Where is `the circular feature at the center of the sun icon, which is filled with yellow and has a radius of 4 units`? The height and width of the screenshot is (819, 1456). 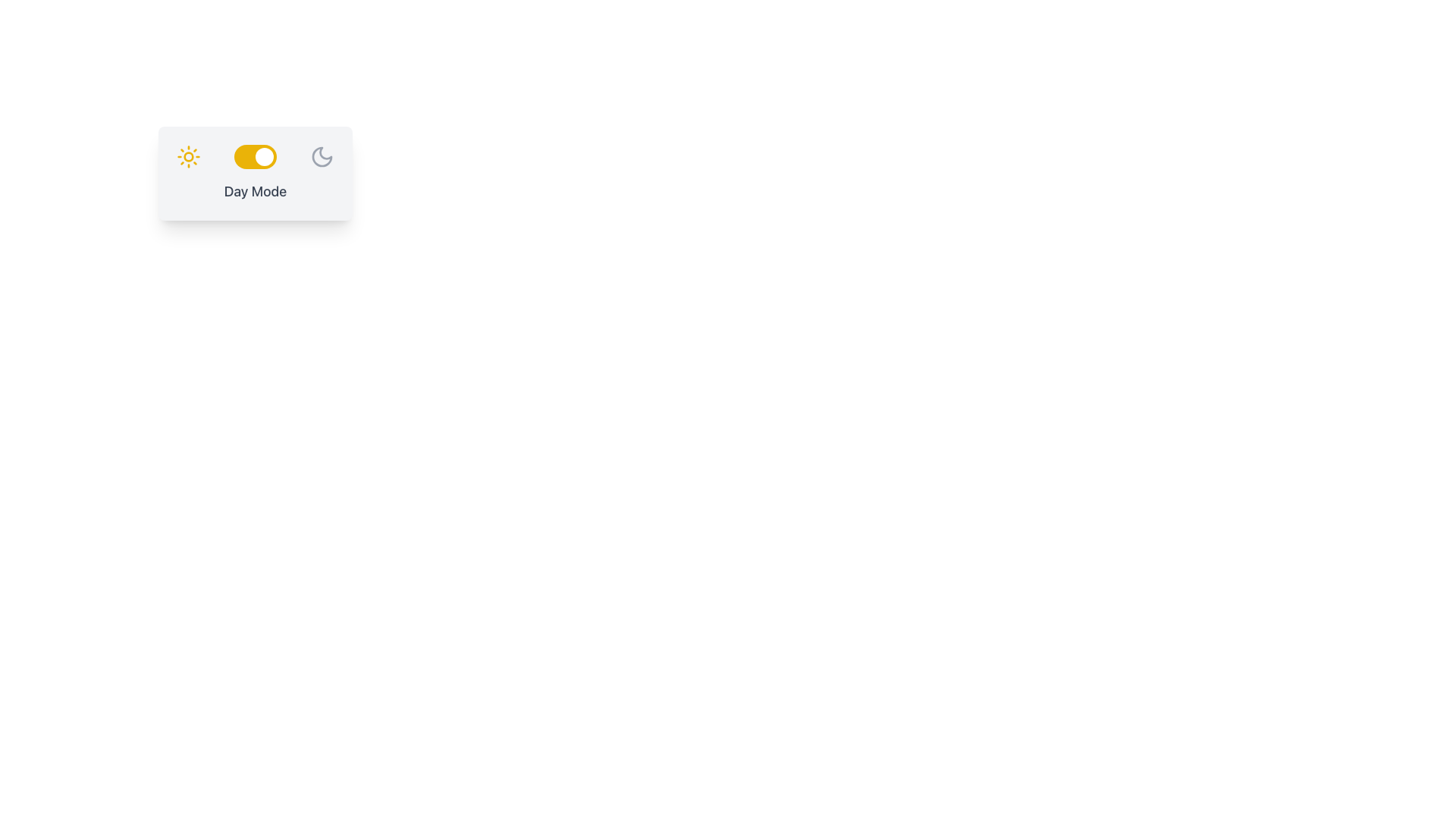
the circular feature at the center of the sun icon, which is filled with yellow and has a radius of 4 units is located at coordinates (188, 157).